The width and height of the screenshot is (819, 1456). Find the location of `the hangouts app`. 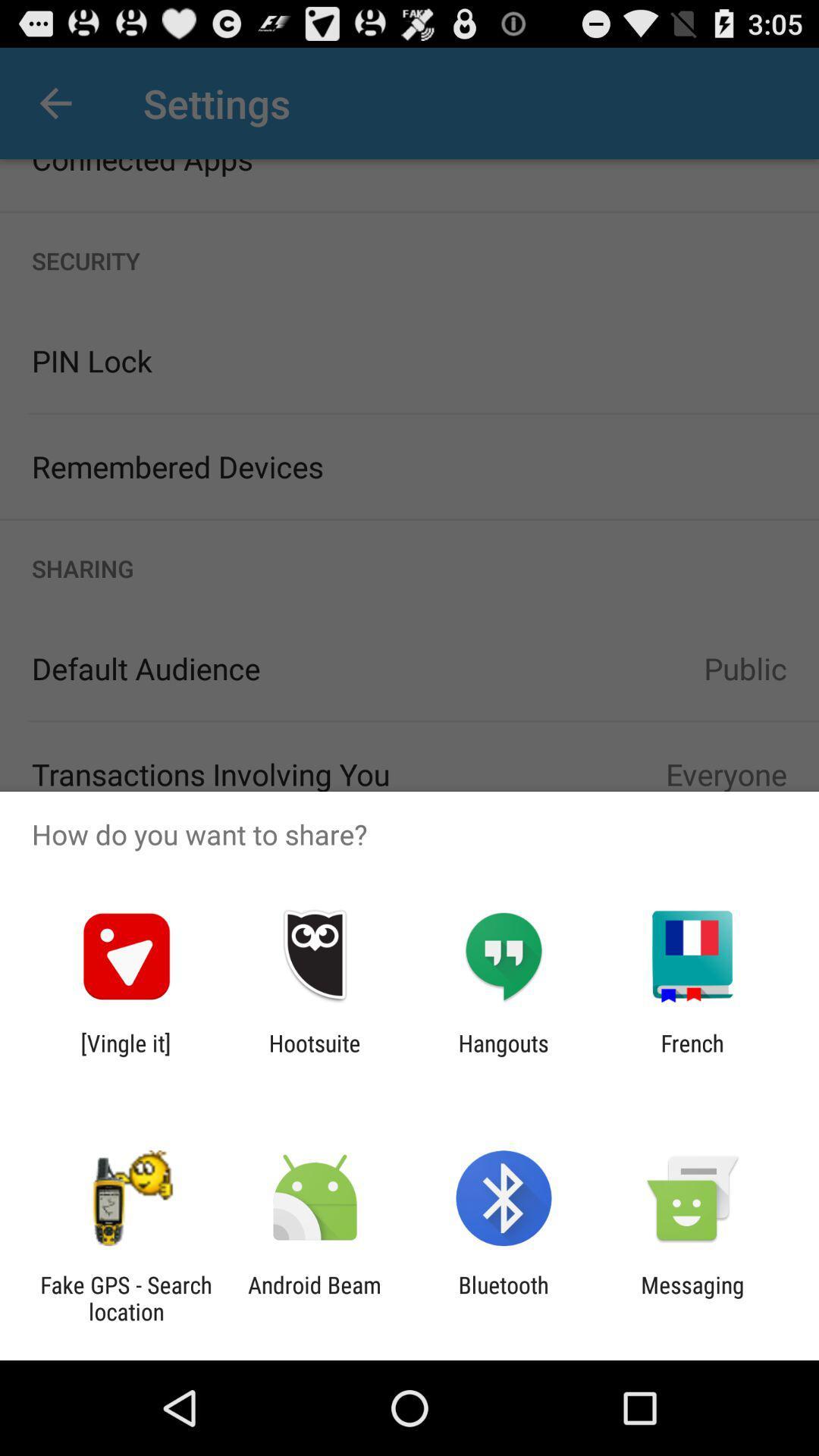

the hangouts app is located at coordinates (504, 1056).